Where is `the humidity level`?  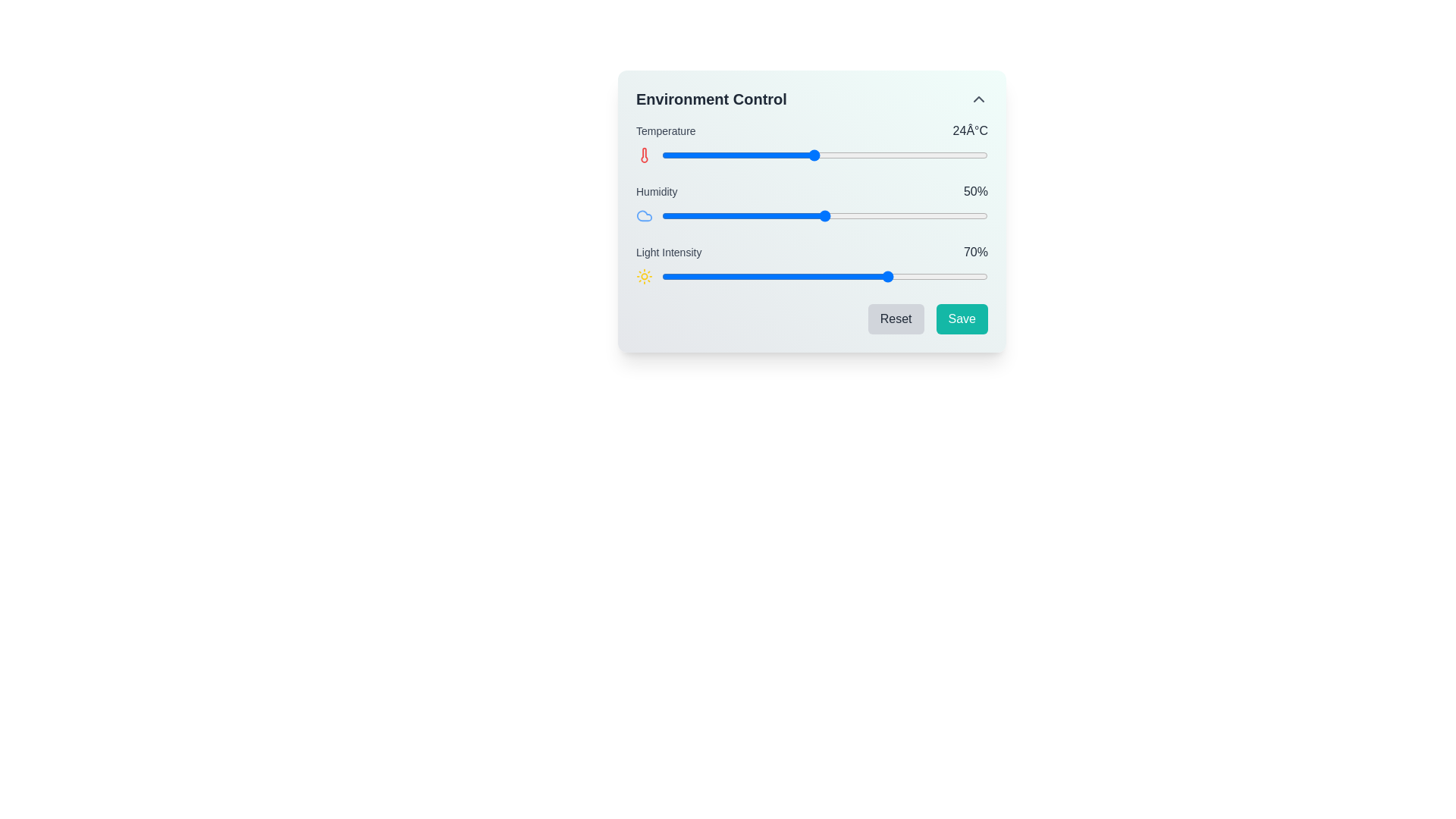 the humidity level is located at coordinates (840, 216).